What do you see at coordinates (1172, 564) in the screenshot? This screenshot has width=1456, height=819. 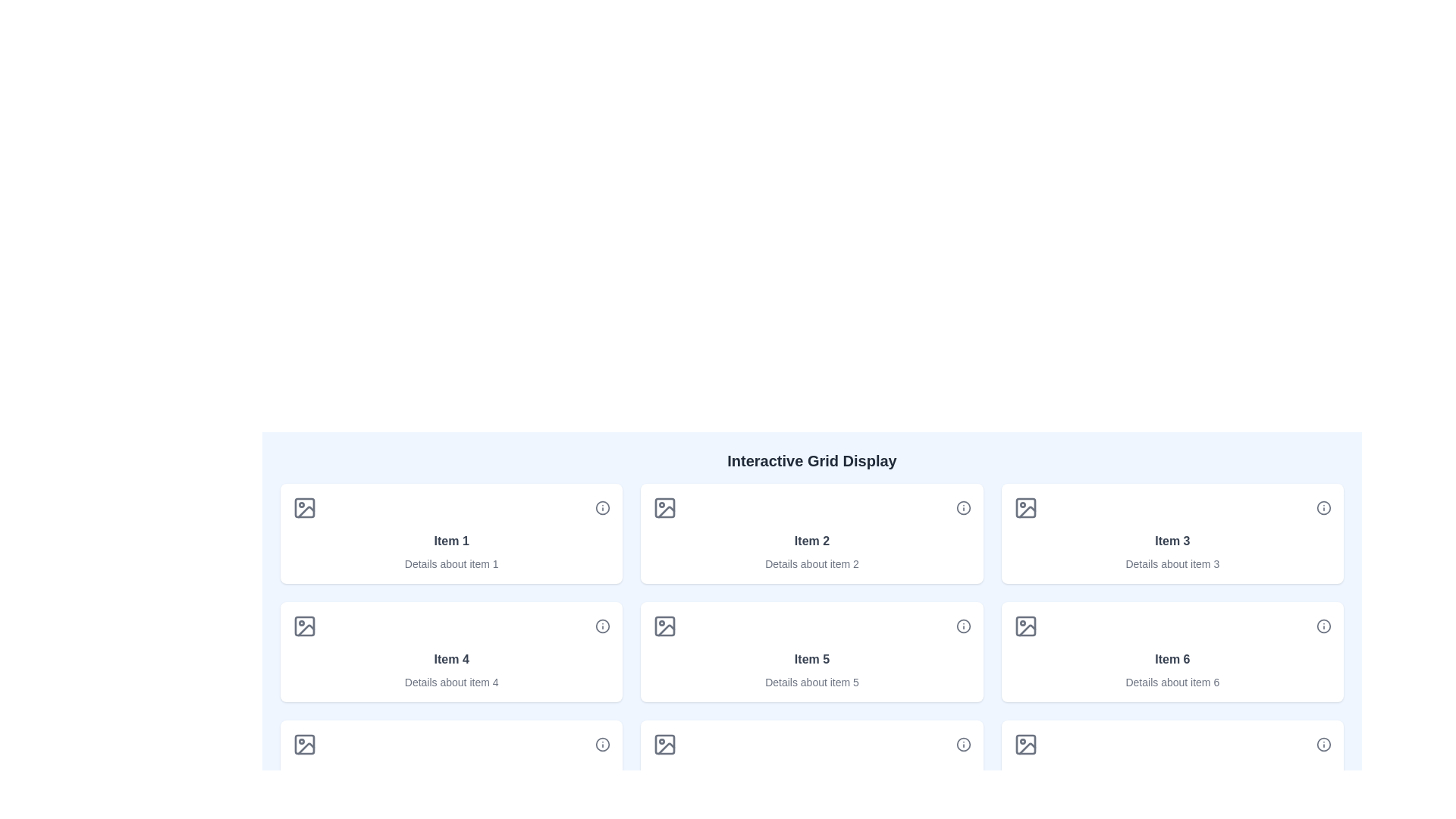 I see `text label displaying 'Details about item 3', which is a small-sized text section in a lighter gray color located below the title 'Item 3'` at bounding box center [1172, 564].